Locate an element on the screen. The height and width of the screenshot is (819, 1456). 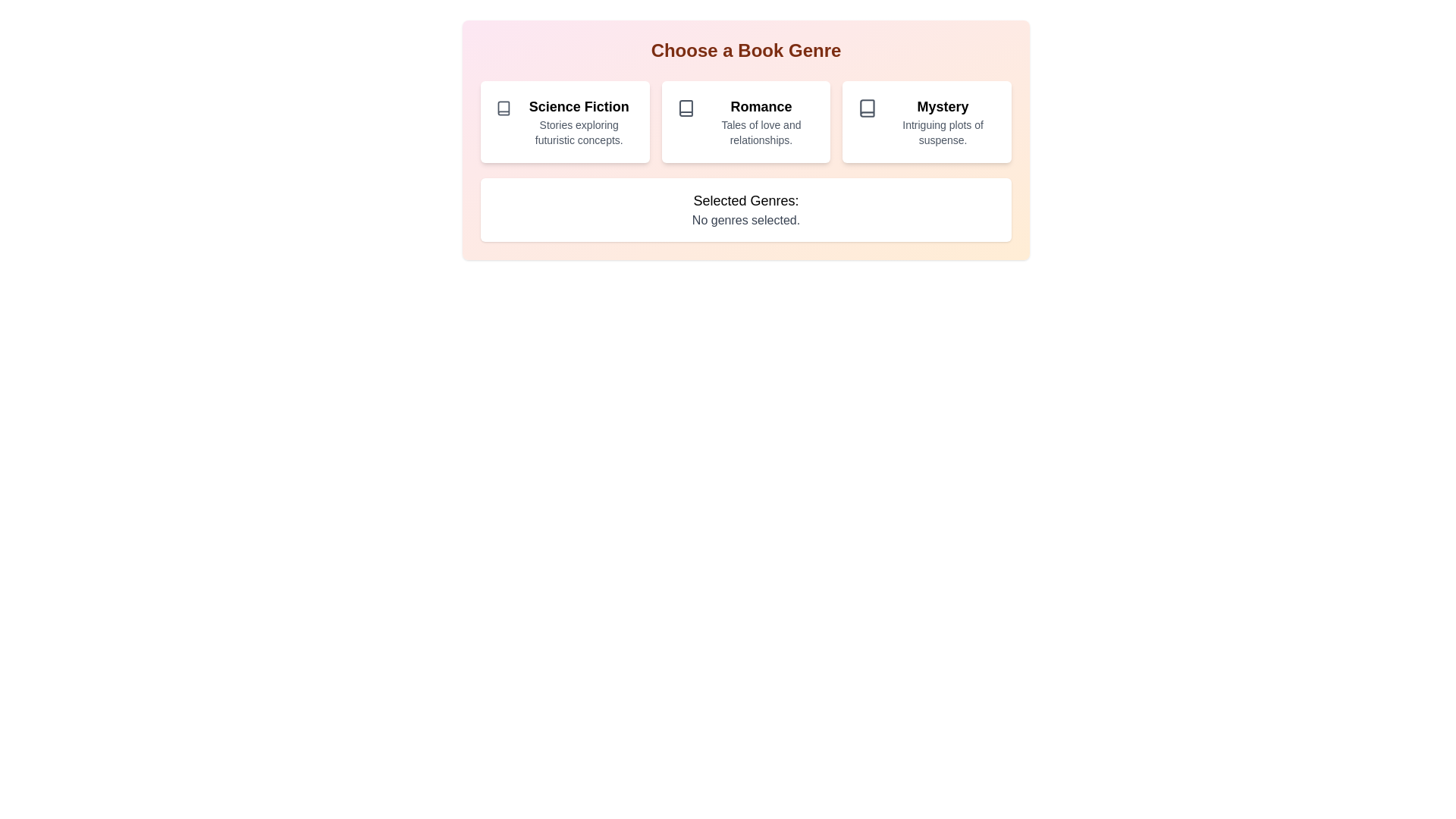
the book icon located in the top-left portion of the 'Mystery' genre card under the 'Choose a Book Genre' section is located at coordinates (868, 107).